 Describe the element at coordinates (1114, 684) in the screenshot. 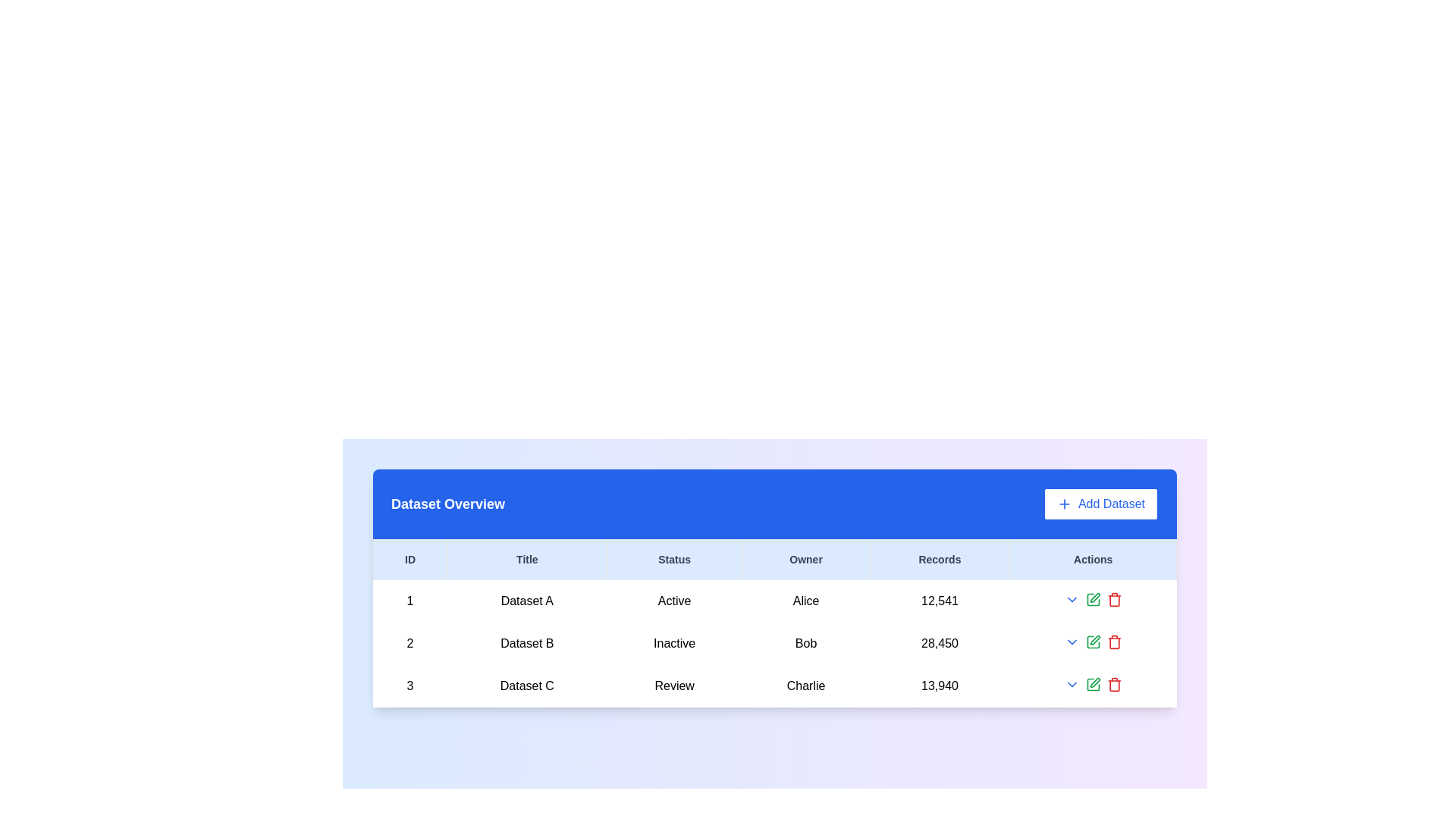

I see `the delete icon button in the Actions column of the third row in the table` at that location.